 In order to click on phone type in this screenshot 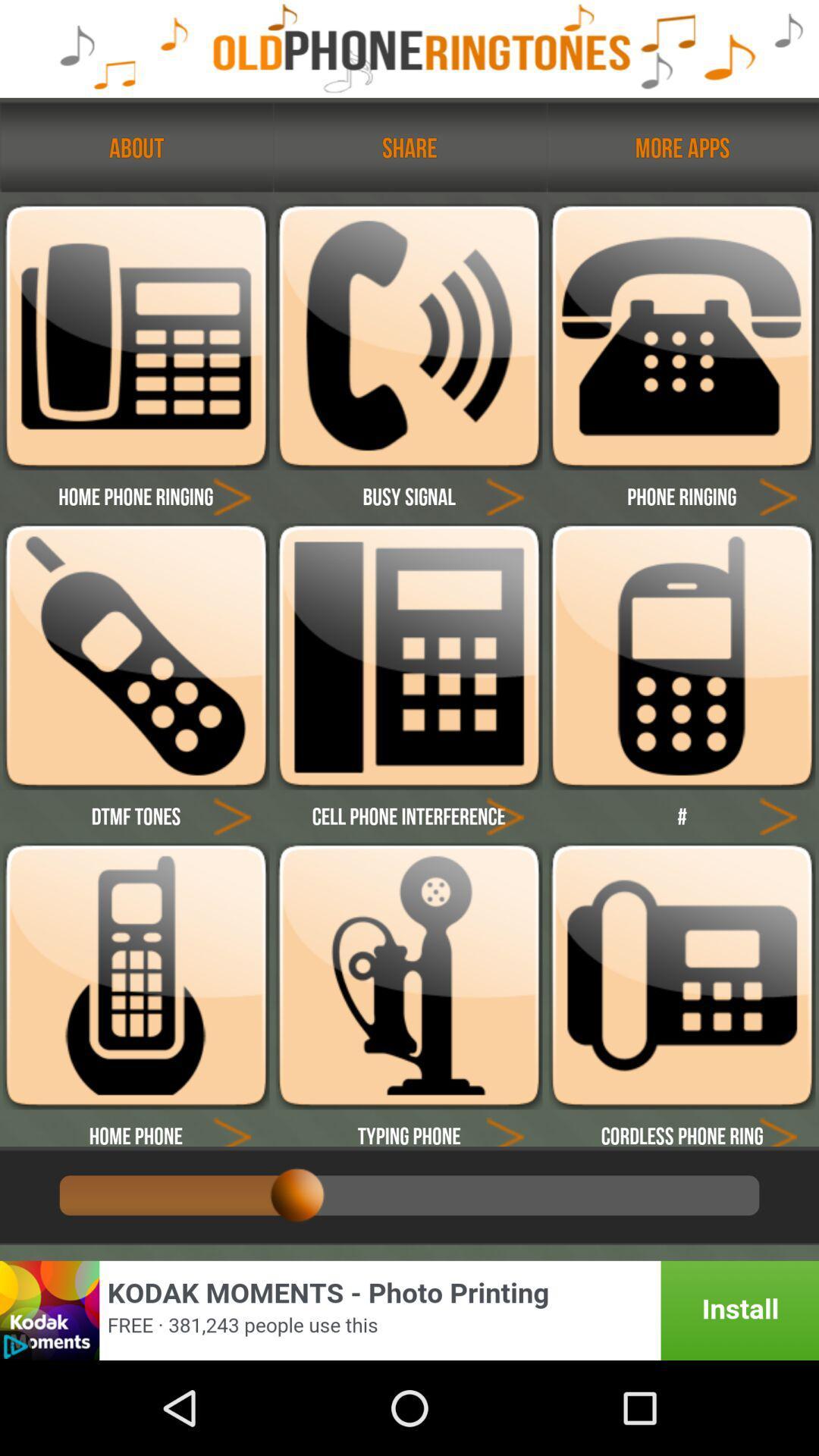, I will do `click(408, 336)`.